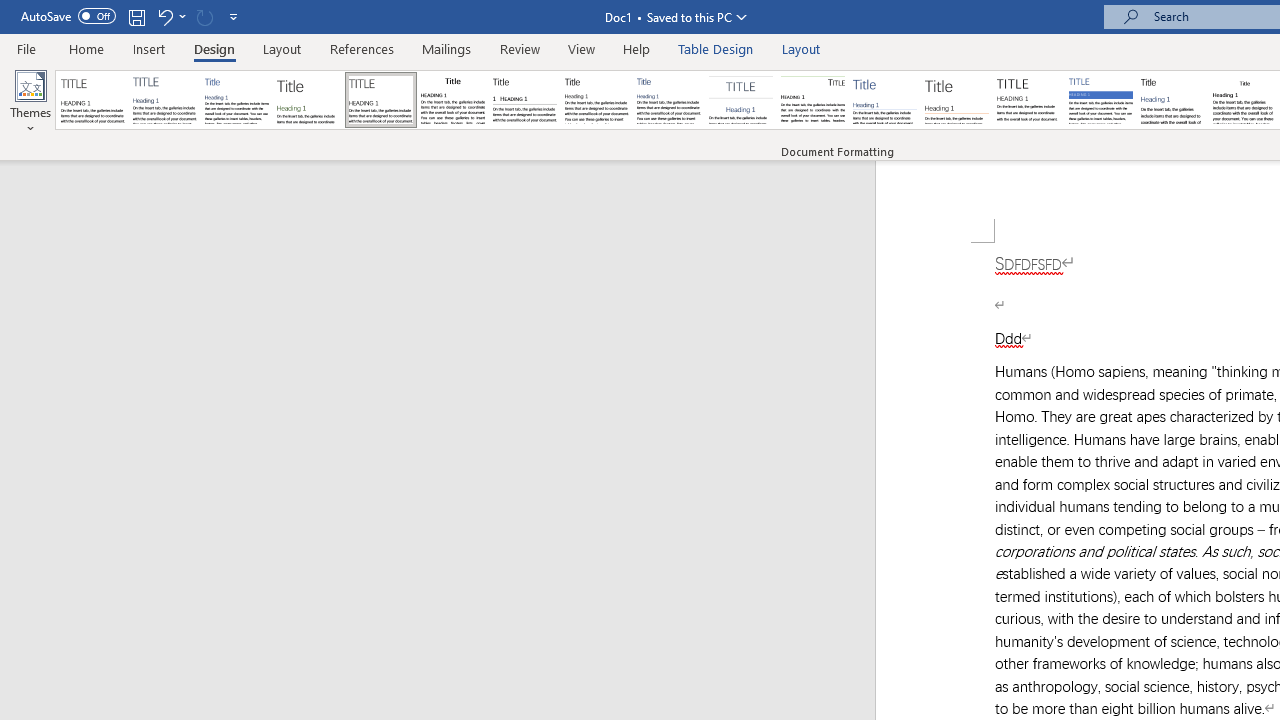 The width and height of the screenshot is (1280, 720). Describe the element at coordinates (1173, 100) in the screenshot. I see `'Word'` at that location.